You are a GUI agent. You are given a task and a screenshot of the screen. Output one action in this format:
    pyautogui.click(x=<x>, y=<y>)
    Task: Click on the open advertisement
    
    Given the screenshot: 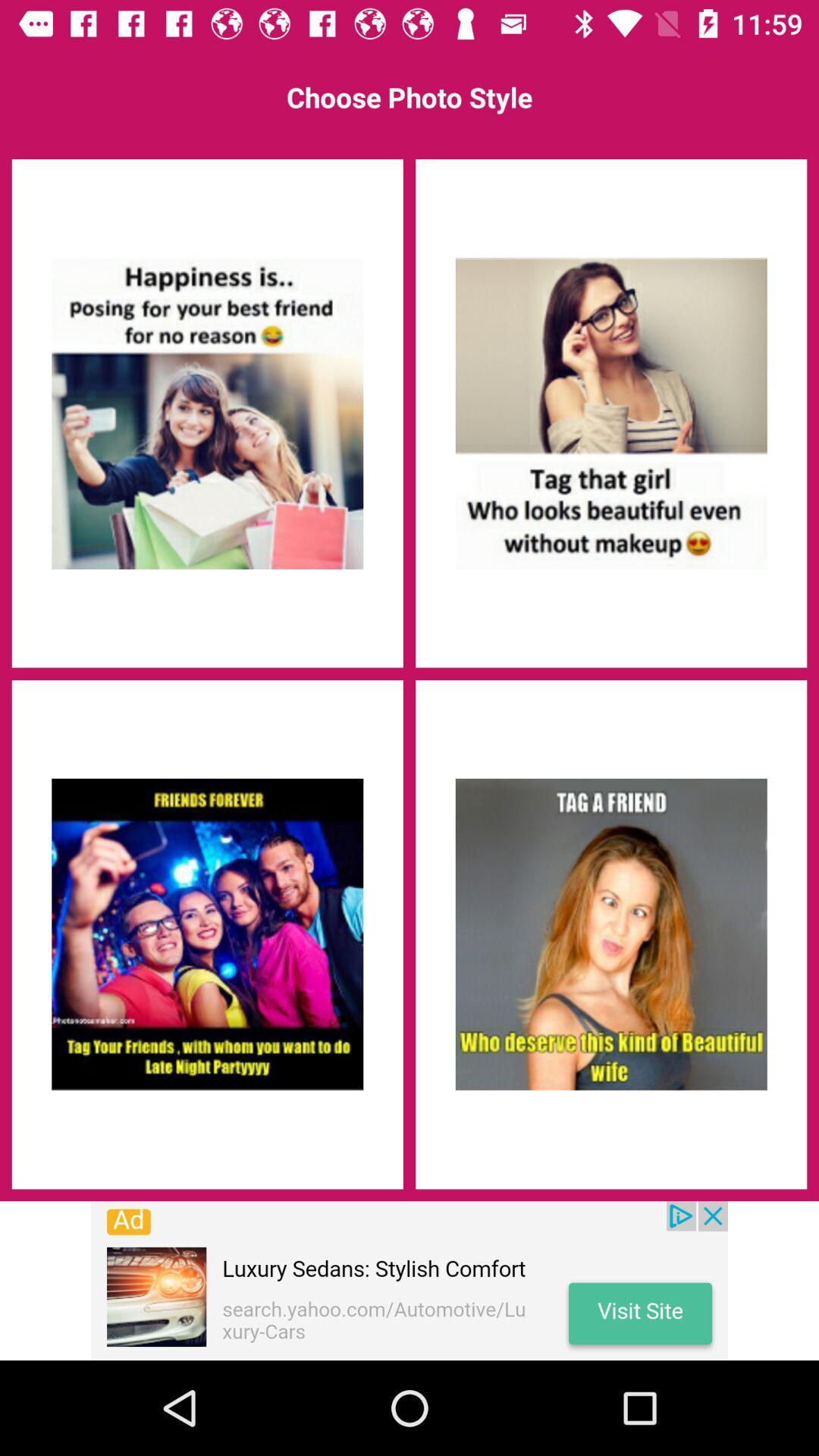 What is the action you would take?
    pyautogui.click(x=409, y=1280)
    